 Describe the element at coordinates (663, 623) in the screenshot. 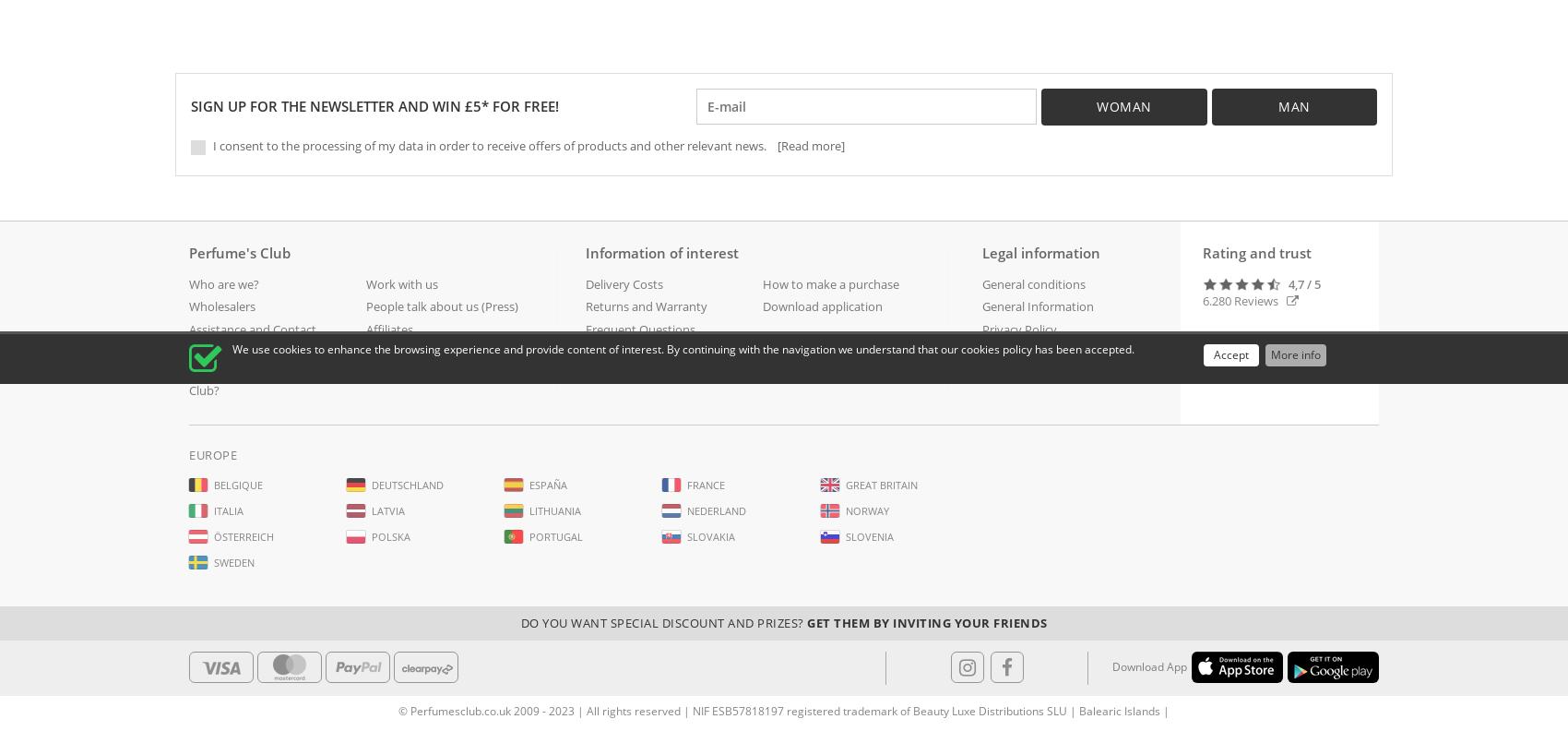

I see `'Do you want special discount and prizes?'` at that location.